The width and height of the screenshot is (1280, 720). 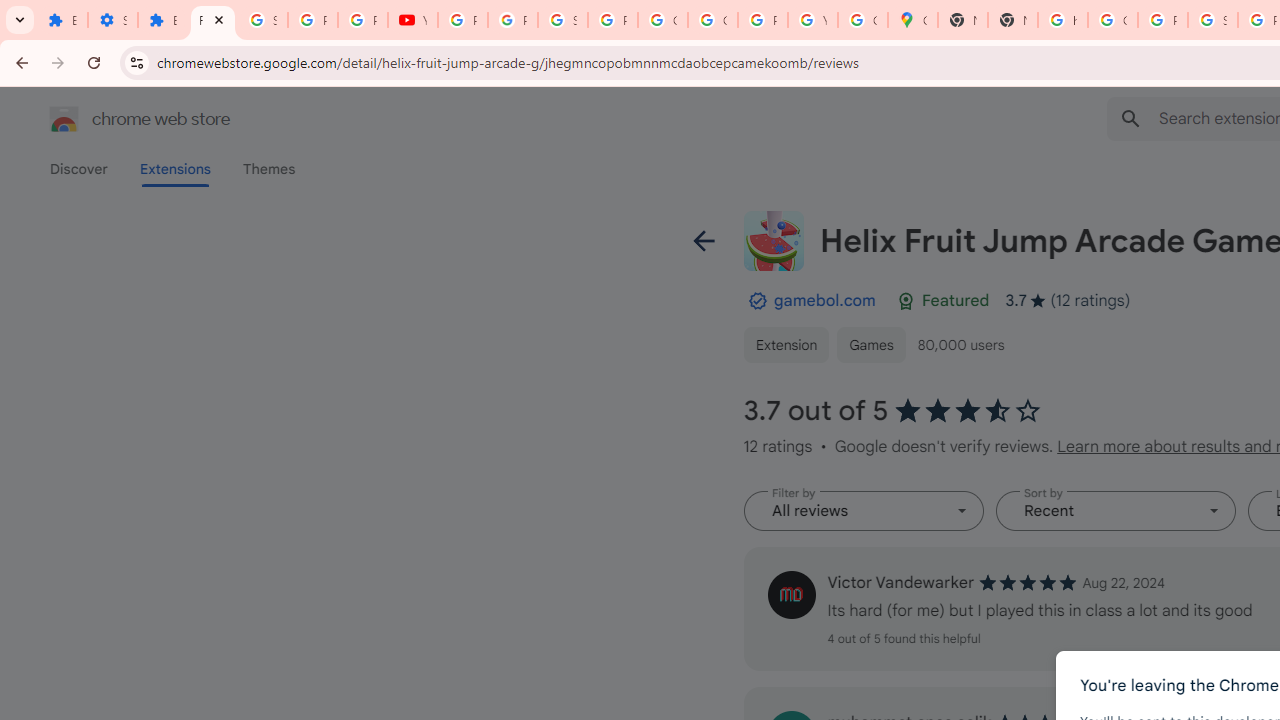 I want to click on 'Reviews: Helix Fruit Jump Arcade Game', so click(x=213, y=20).